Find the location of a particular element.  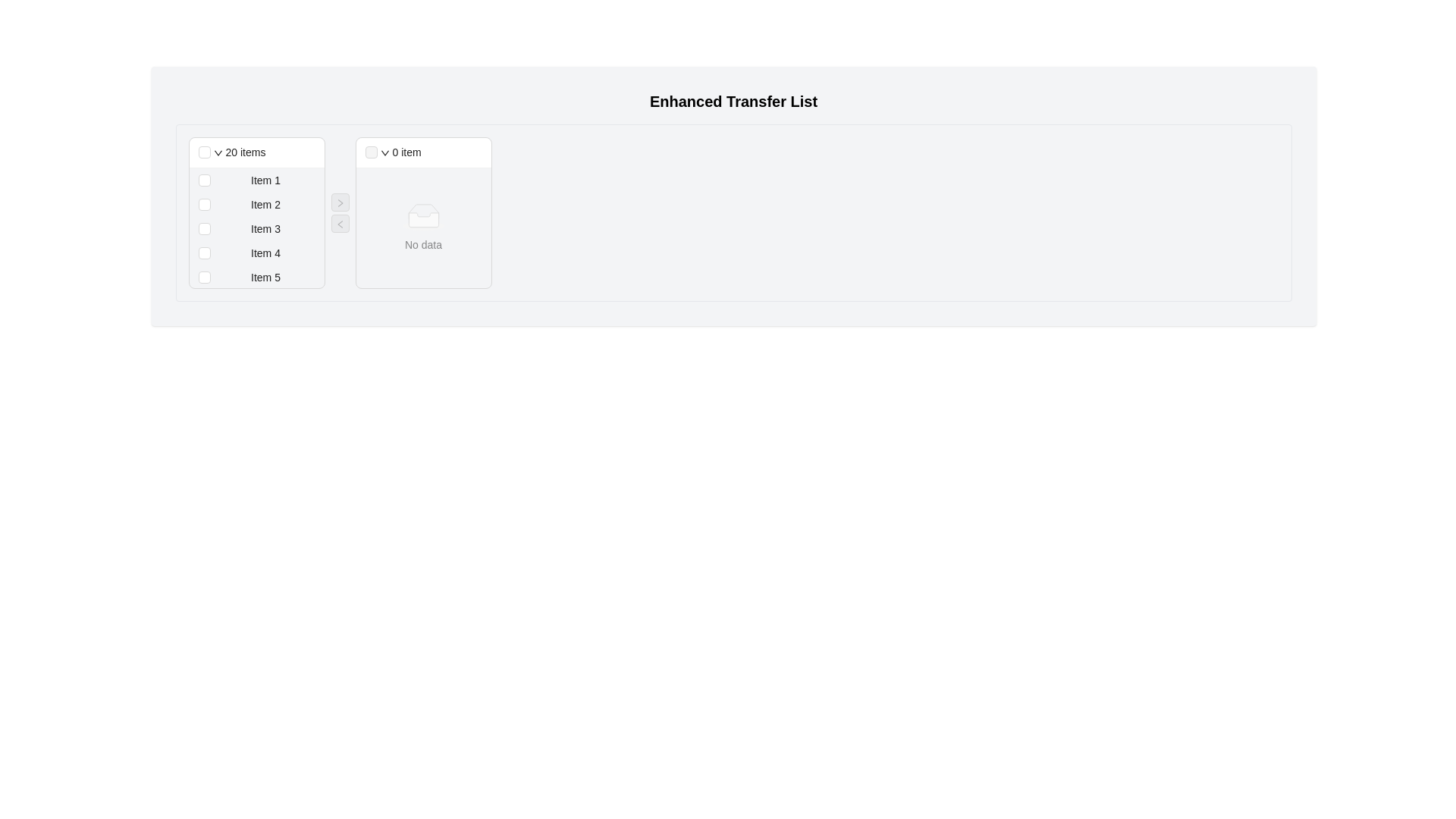

the second item in the transfer list, which is represented by a text label indicating its name or identifier is located at coordinates (265, 205).